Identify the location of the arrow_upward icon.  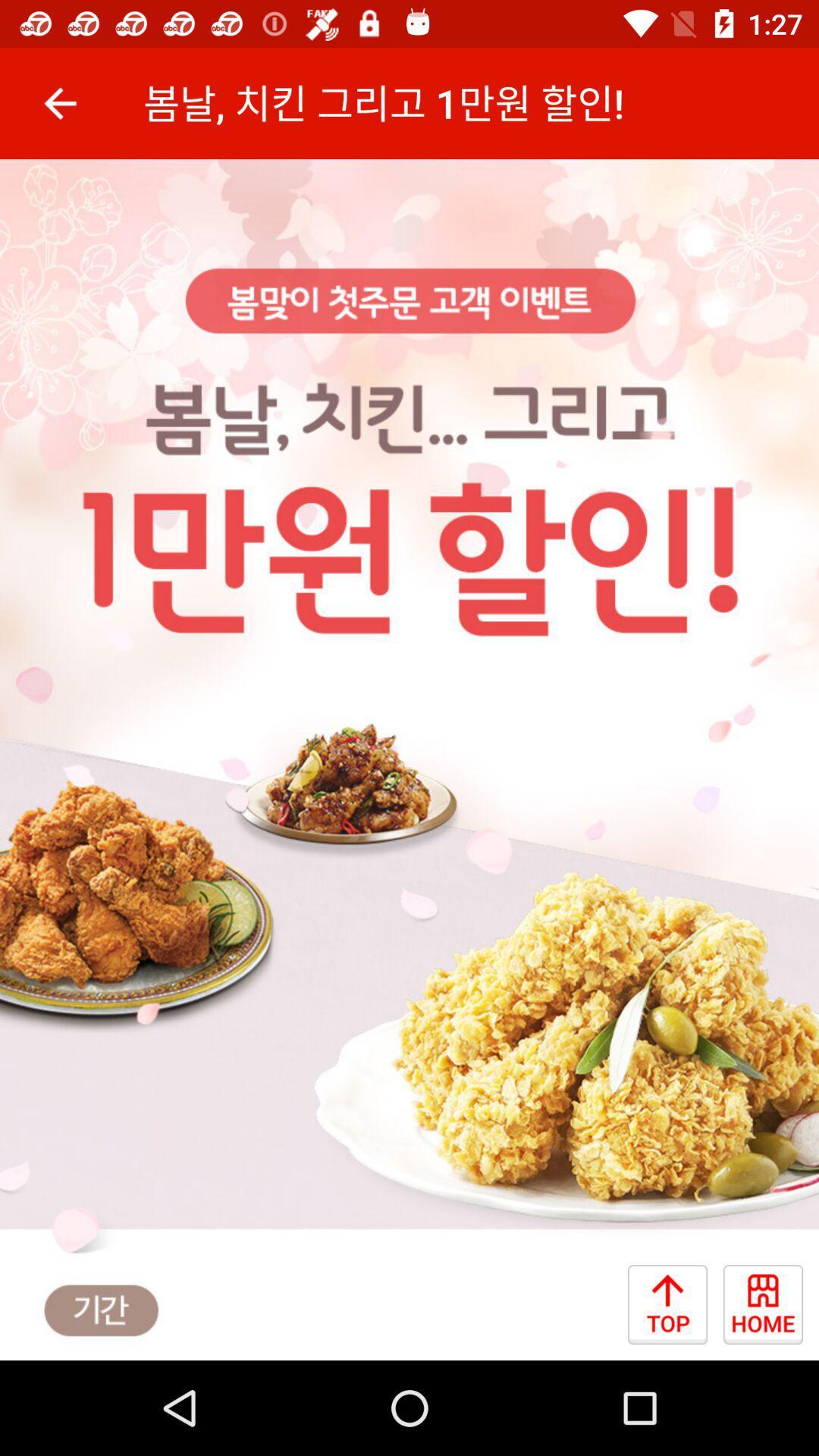
(675, 1312).